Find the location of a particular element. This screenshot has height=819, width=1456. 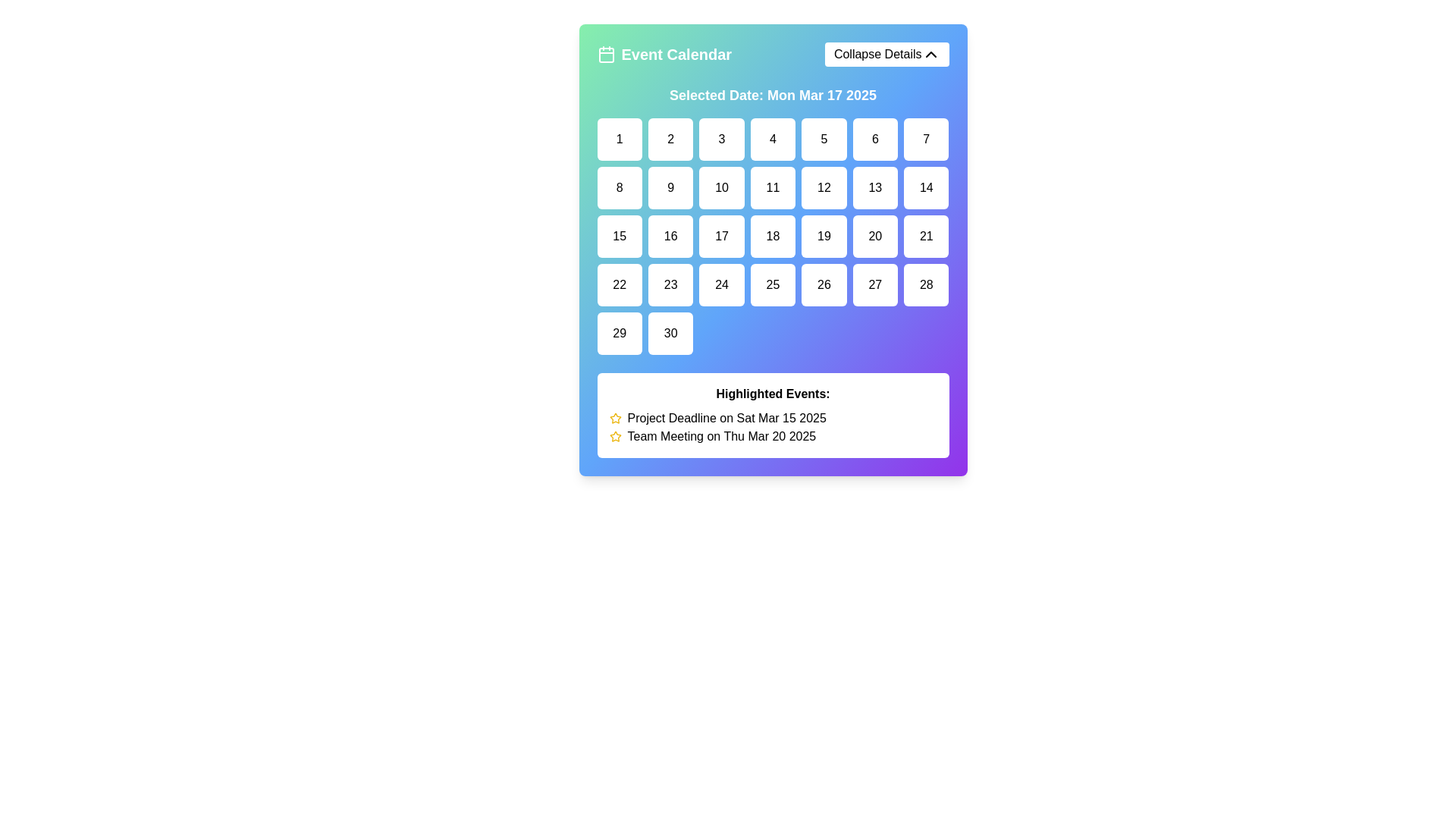

the Static Text Label that displays the currently selected date, located below the calendar's title text is located at coordinates (773, 96).